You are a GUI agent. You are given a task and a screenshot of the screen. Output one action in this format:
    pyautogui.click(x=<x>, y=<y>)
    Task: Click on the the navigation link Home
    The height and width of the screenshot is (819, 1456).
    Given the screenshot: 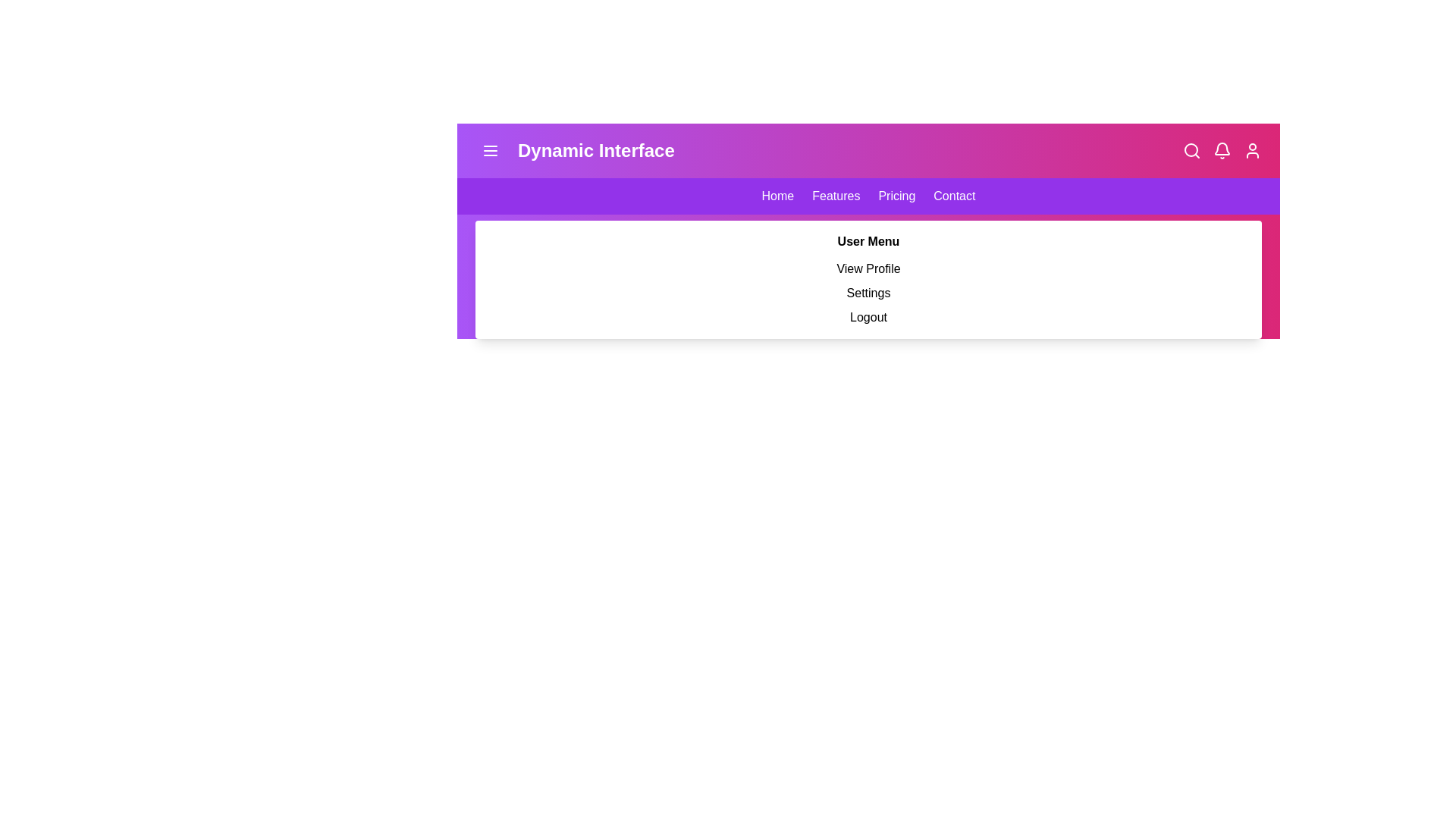 What is the action you would take?
    pyautogui.click(x=777, y=195)
    